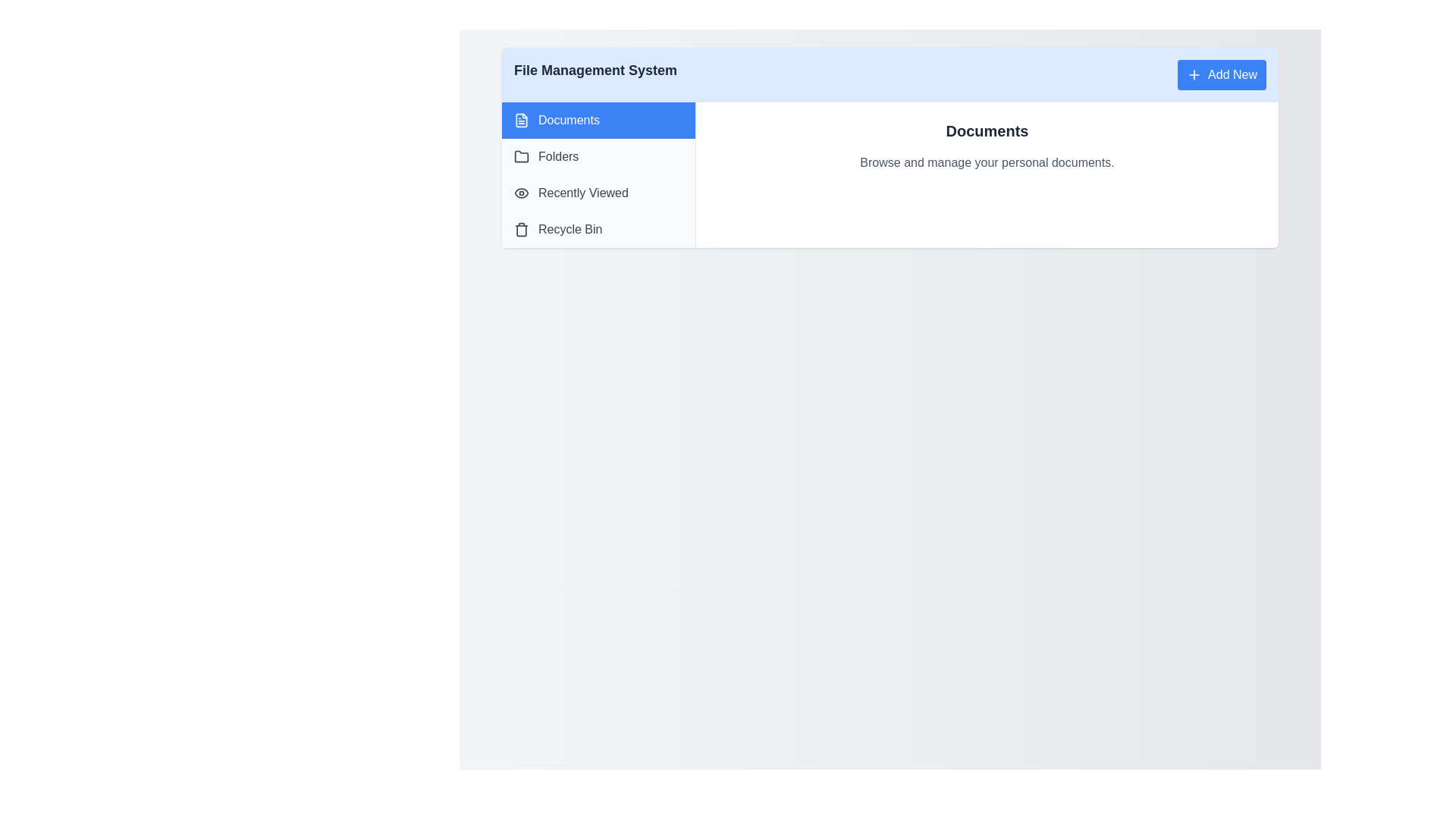 This screenshot has height=819, width=1456. Describe the element at coordinates (1222, 75) in the screenshot. I see `the blue button with rounded corners labeled 'Add New' to interact` at that location.